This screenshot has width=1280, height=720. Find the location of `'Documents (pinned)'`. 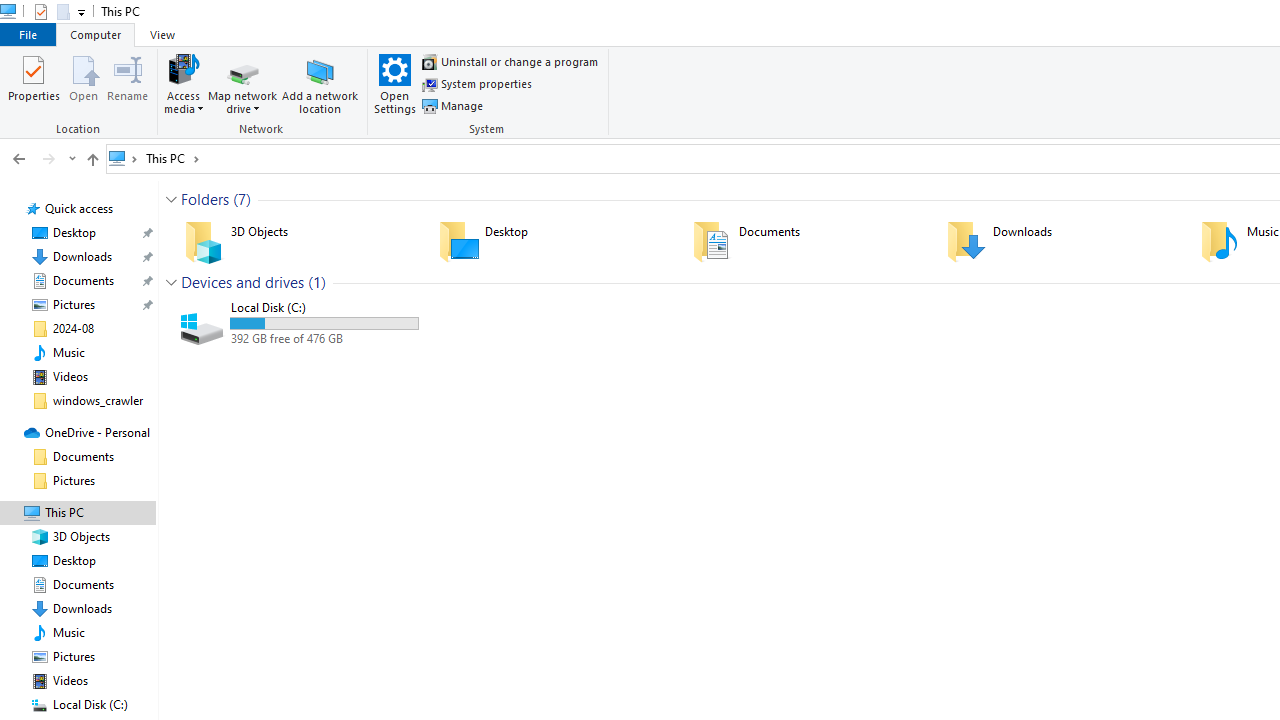

'Documents (pinned)' is located at coordinates (82, 281).